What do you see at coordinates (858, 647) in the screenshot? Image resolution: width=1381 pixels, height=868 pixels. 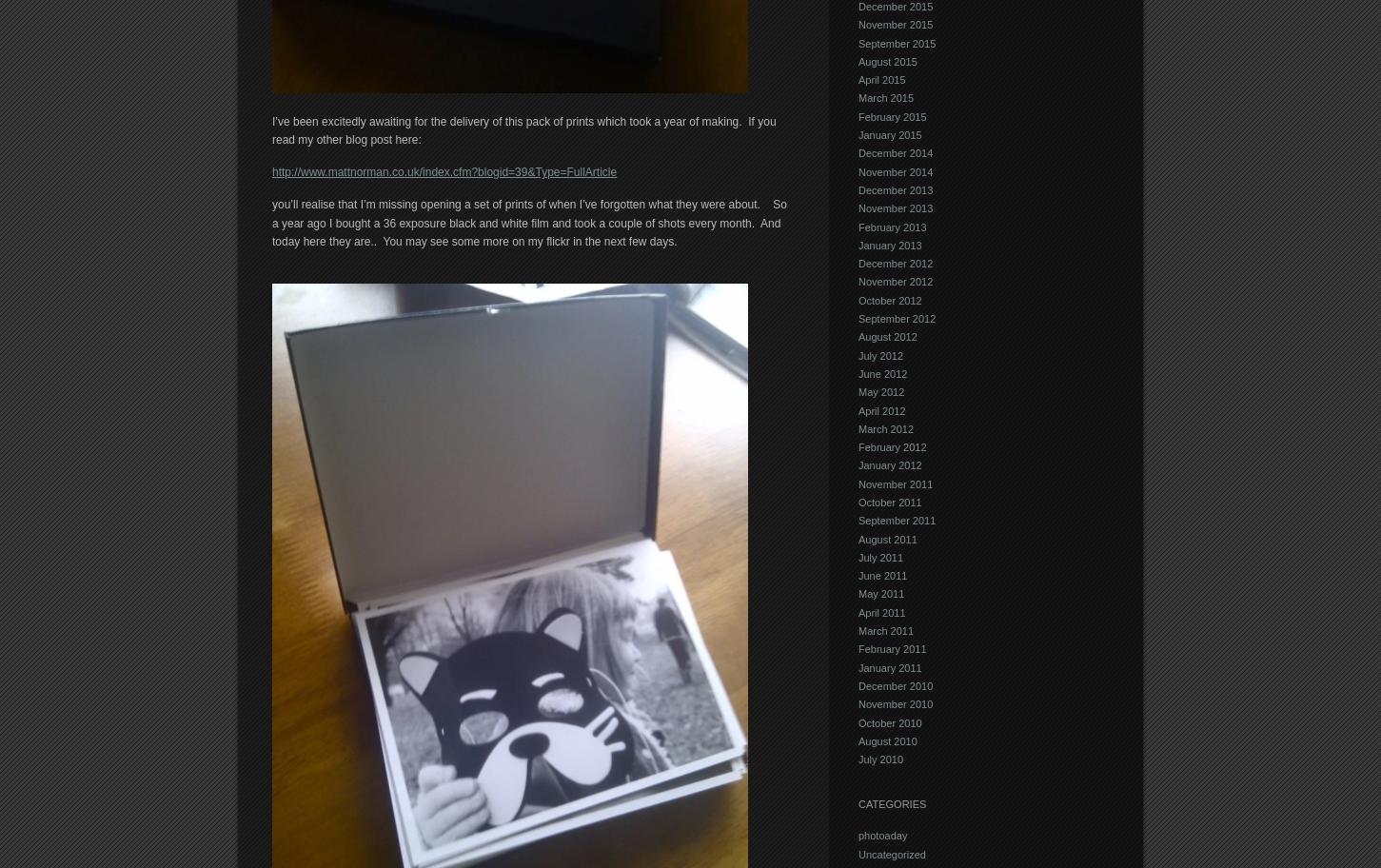 I see `'February 2011'` at bounding box center [858, 647].